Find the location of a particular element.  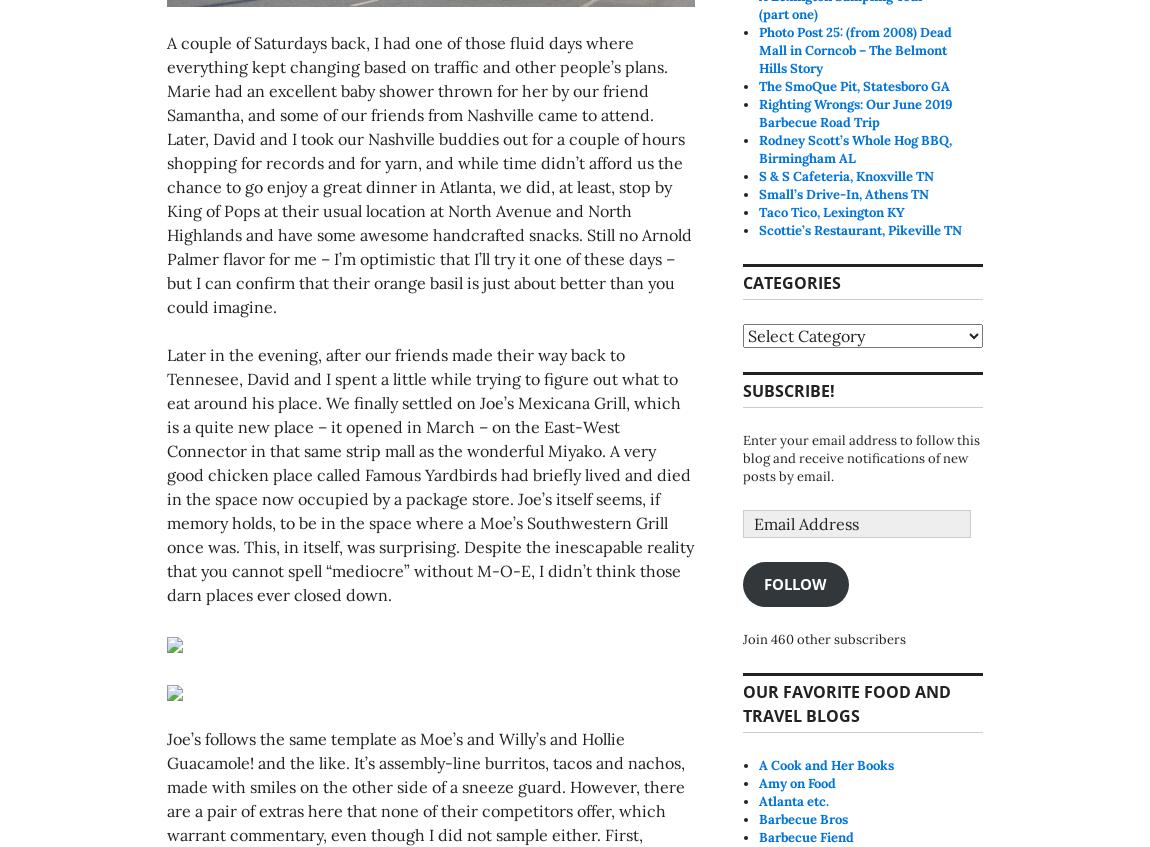

'Righting Wrongs: Our June 2019 Barbecue Road Trip' is located at coordinates (854, 112).